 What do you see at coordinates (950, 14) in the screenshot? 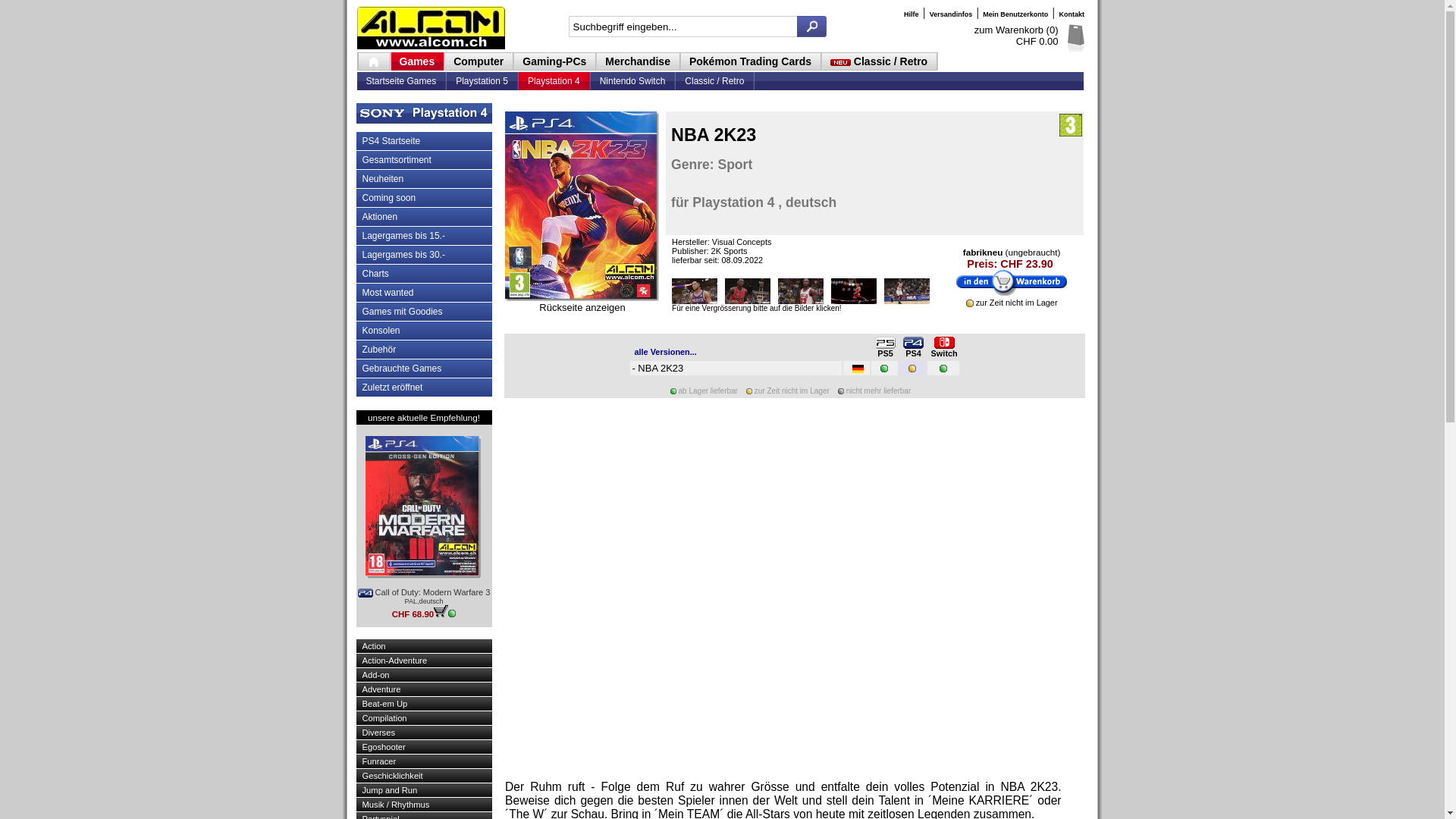
I see `'Versandinfos'` at bounding box center [950, 14].